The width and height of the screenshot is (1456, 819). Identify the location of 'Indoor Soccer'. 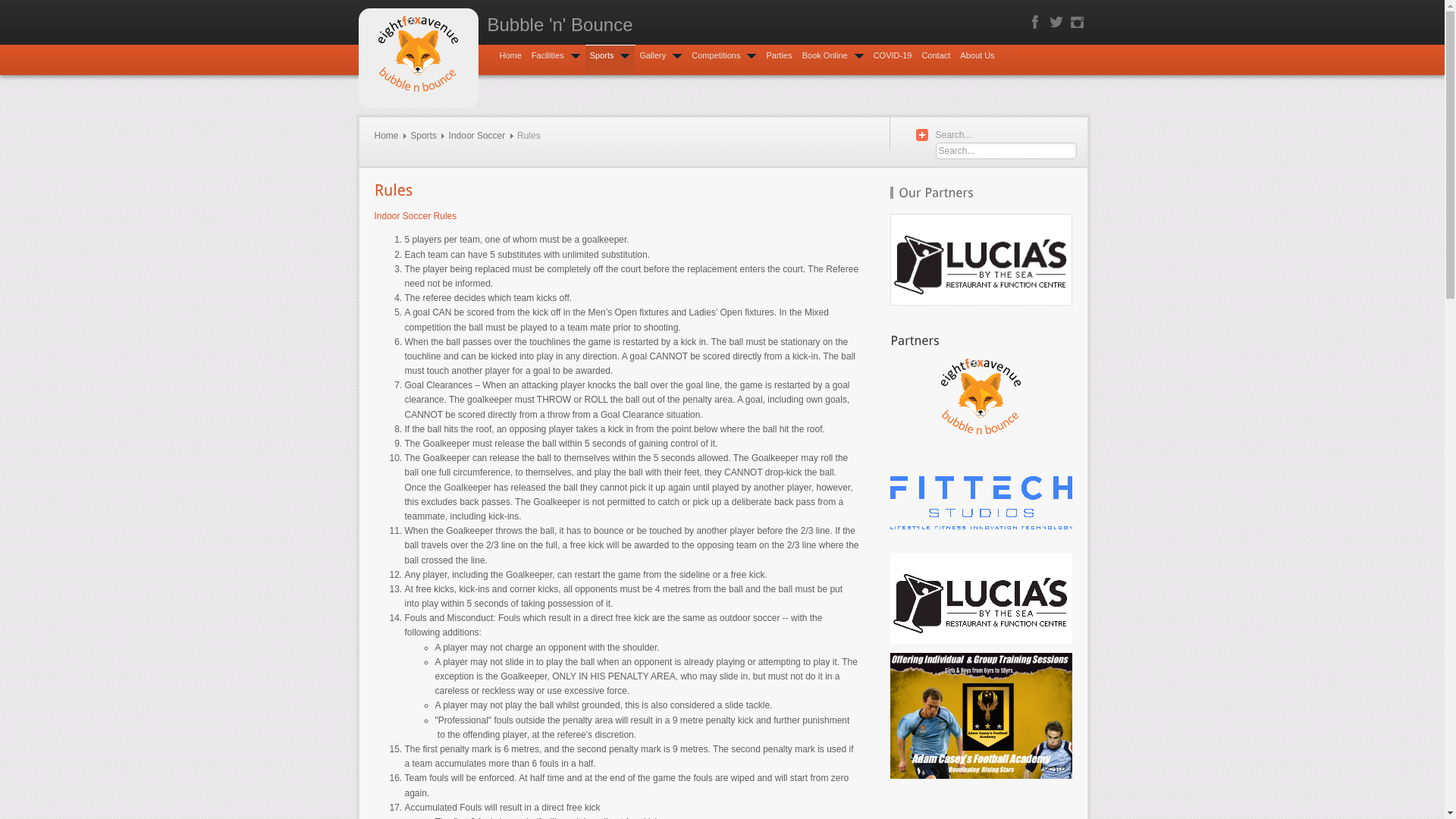
(476, 134).